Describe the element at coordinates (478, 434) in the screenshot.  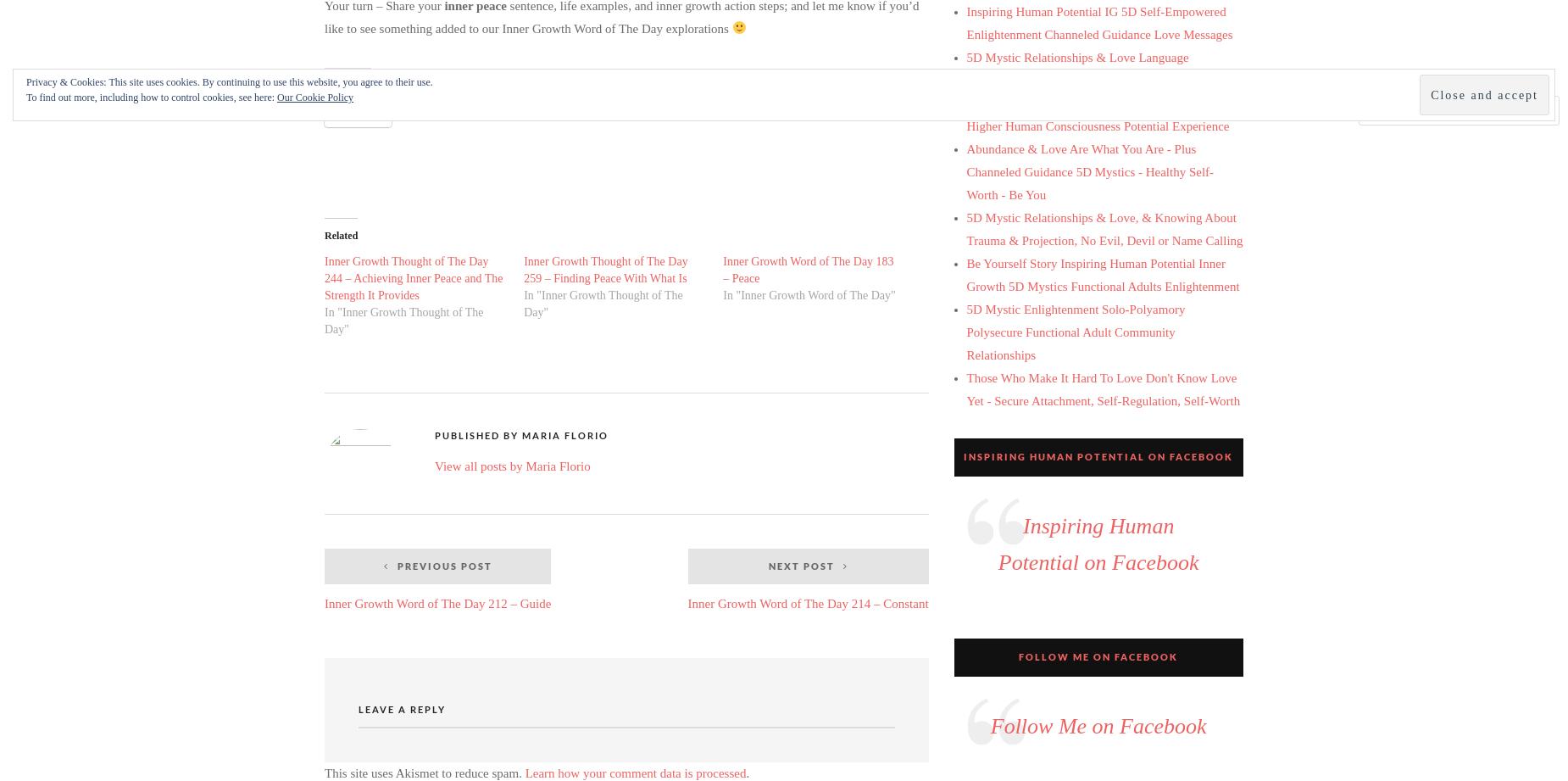
I see `'Published by'` at that location.